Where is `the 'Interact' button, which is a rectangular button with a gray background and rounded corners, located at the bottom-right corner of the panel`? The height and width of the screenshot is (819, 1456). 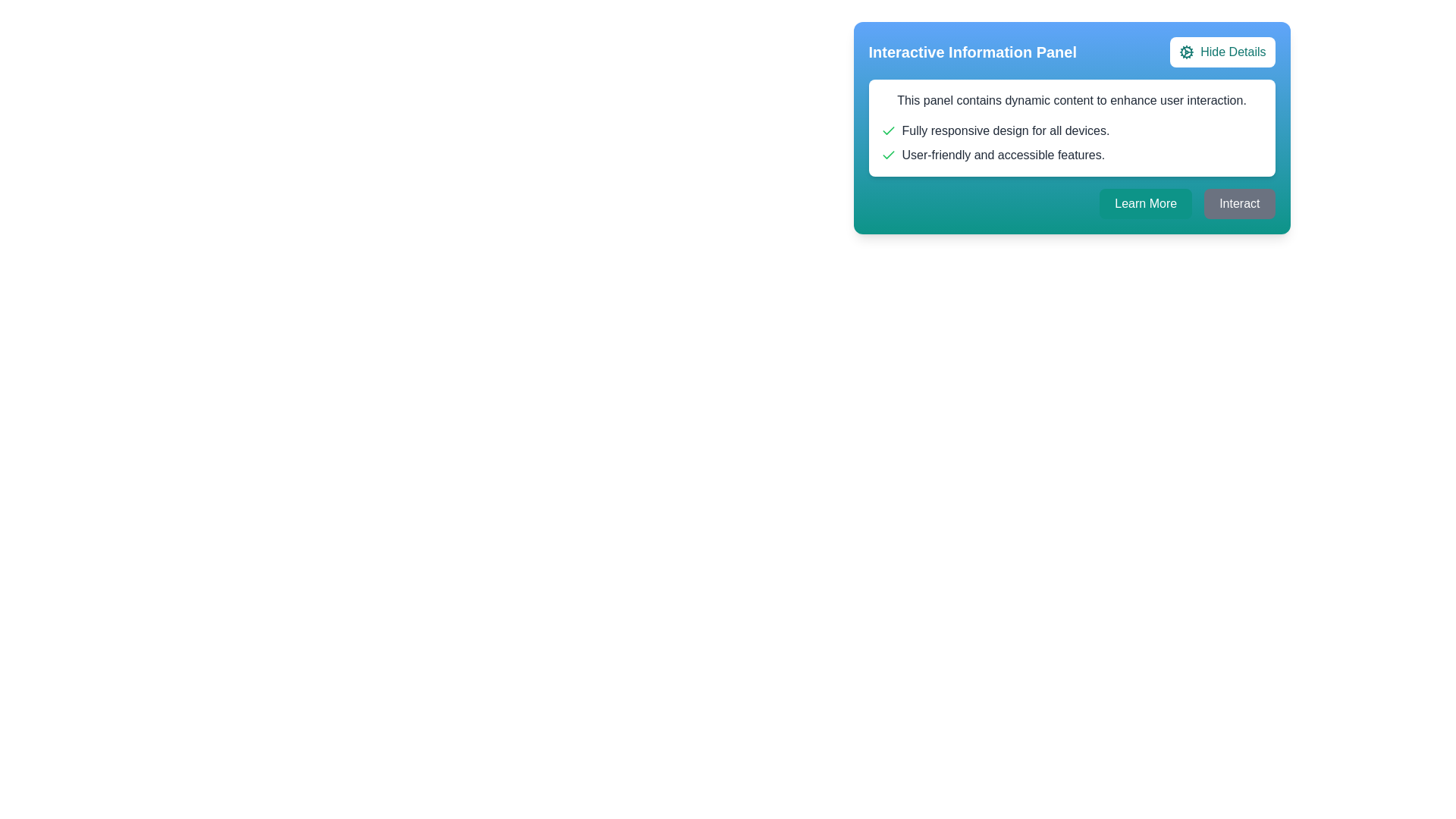 the 'Interact' button, which is a rectangular button with a gray background and rounded corners, located at the bottom-right corner of the panel is located at coordinates (1239, 203).